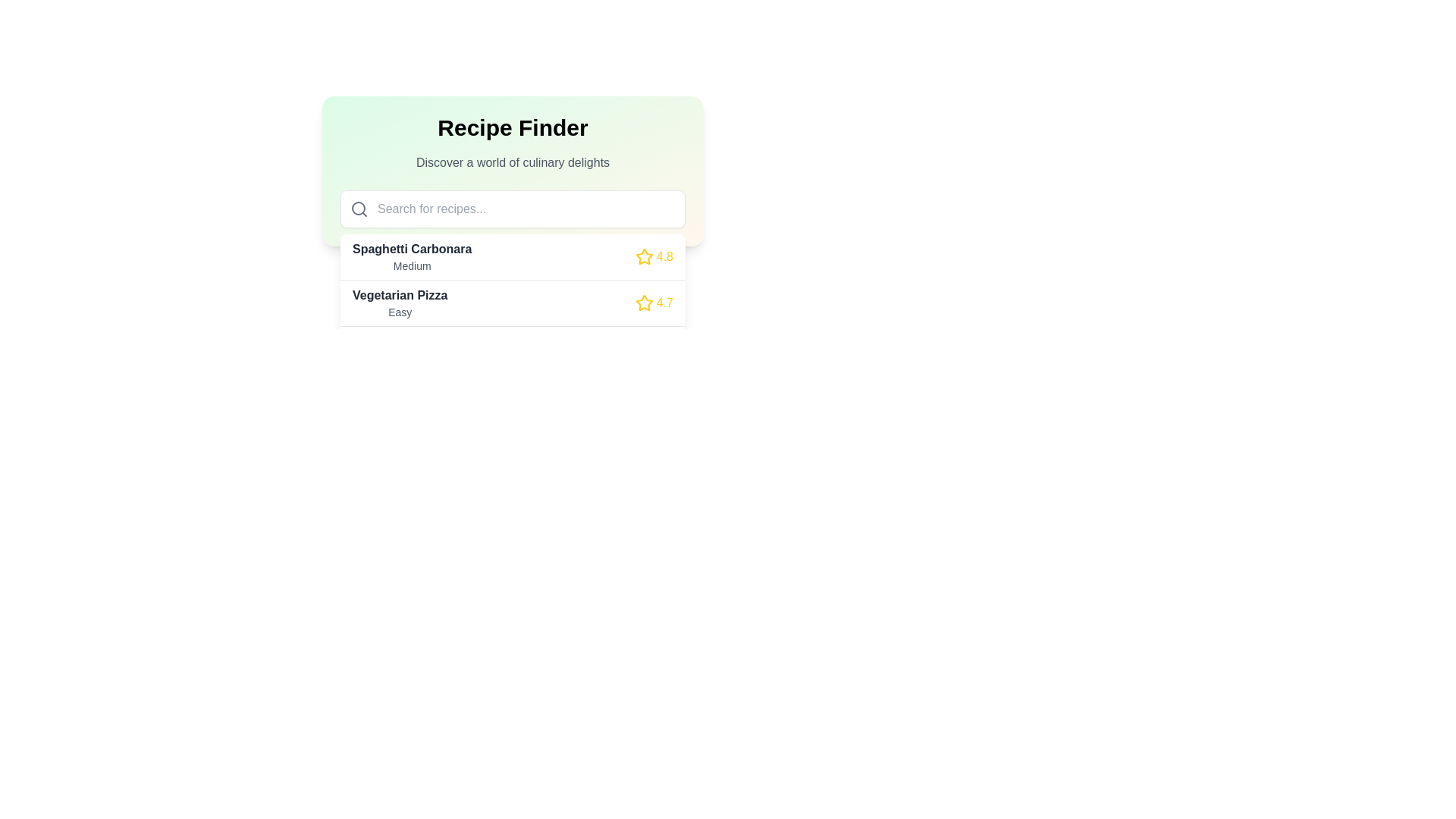 The width and height of the screenshot is (1456, 819). I want to click on the second item in the dropdown menu representing a selectable recipe option, so click(513, 303).